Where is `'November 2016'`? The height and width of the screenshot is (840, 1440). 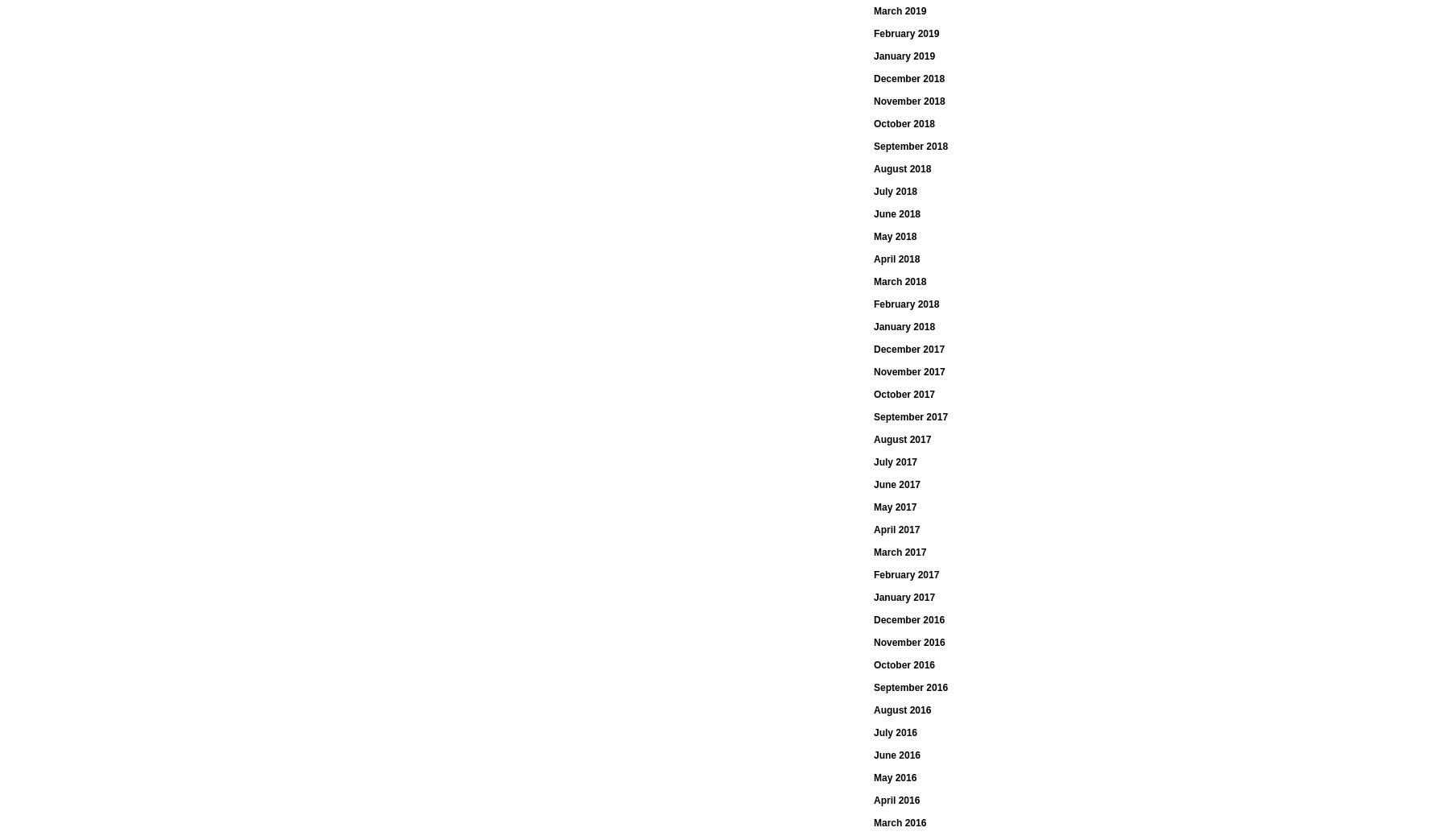
'November 2016' is located at coordinates (908, 641).